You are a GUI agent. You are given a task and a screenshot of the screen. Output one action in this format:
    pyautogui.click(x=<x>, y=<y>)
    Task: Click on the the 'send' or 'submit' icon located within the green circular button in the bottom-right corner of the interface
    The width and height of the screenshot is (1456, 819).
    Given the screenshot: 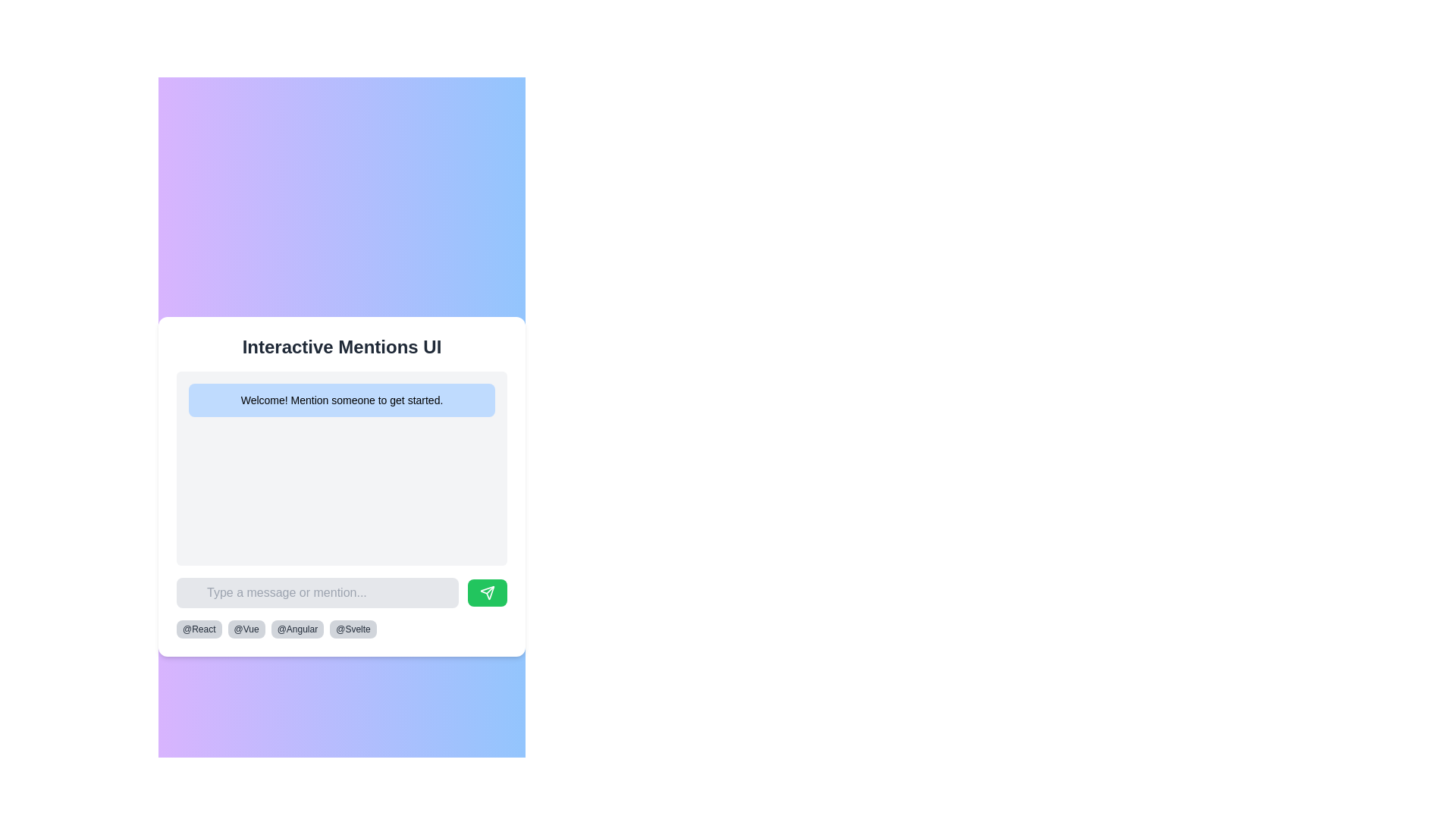 What is the action you would take?
    pyautogui.click(x=490, y=589)
    